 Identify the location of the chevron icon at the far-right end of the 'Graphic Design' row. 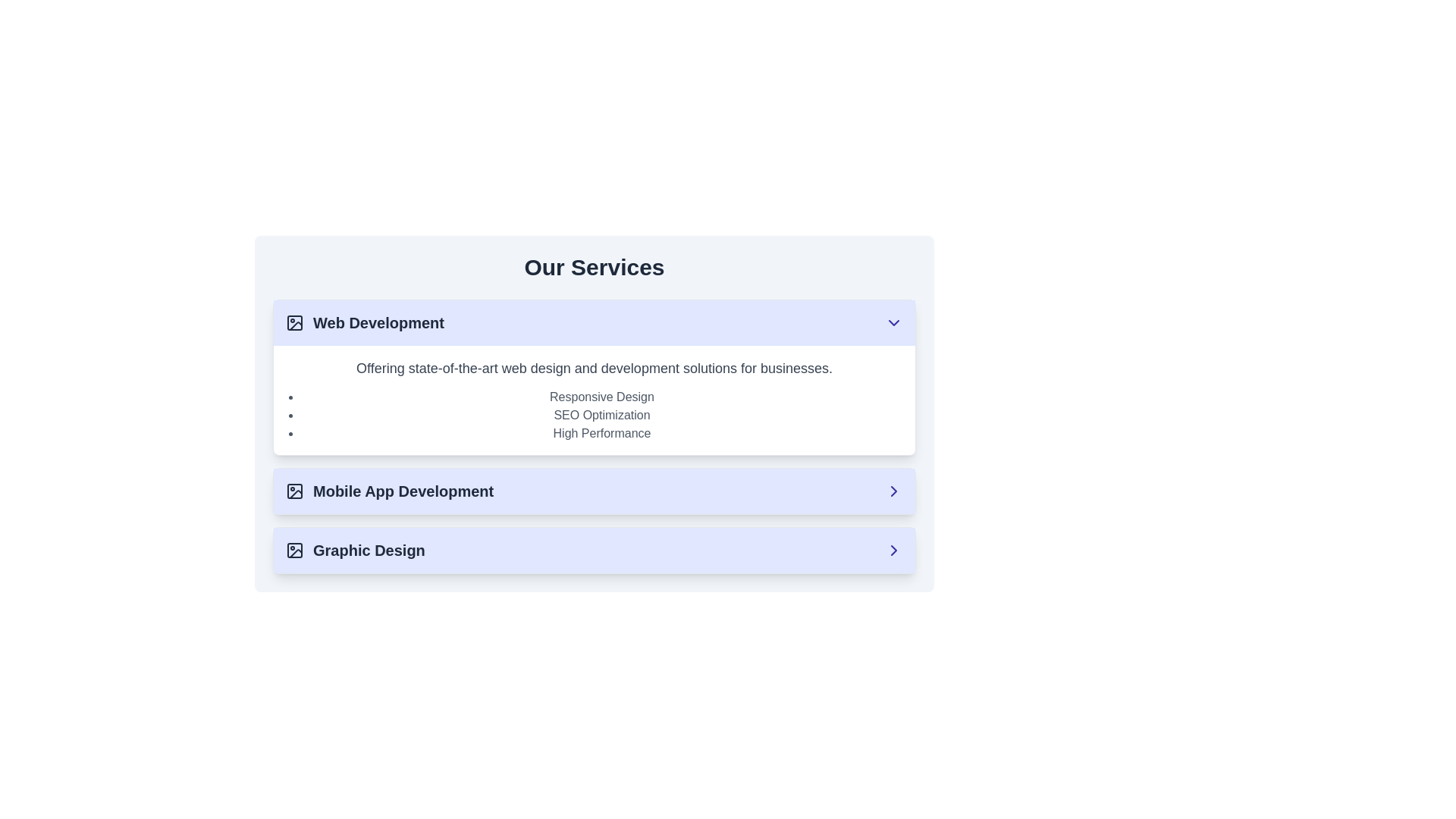
(894, 550).